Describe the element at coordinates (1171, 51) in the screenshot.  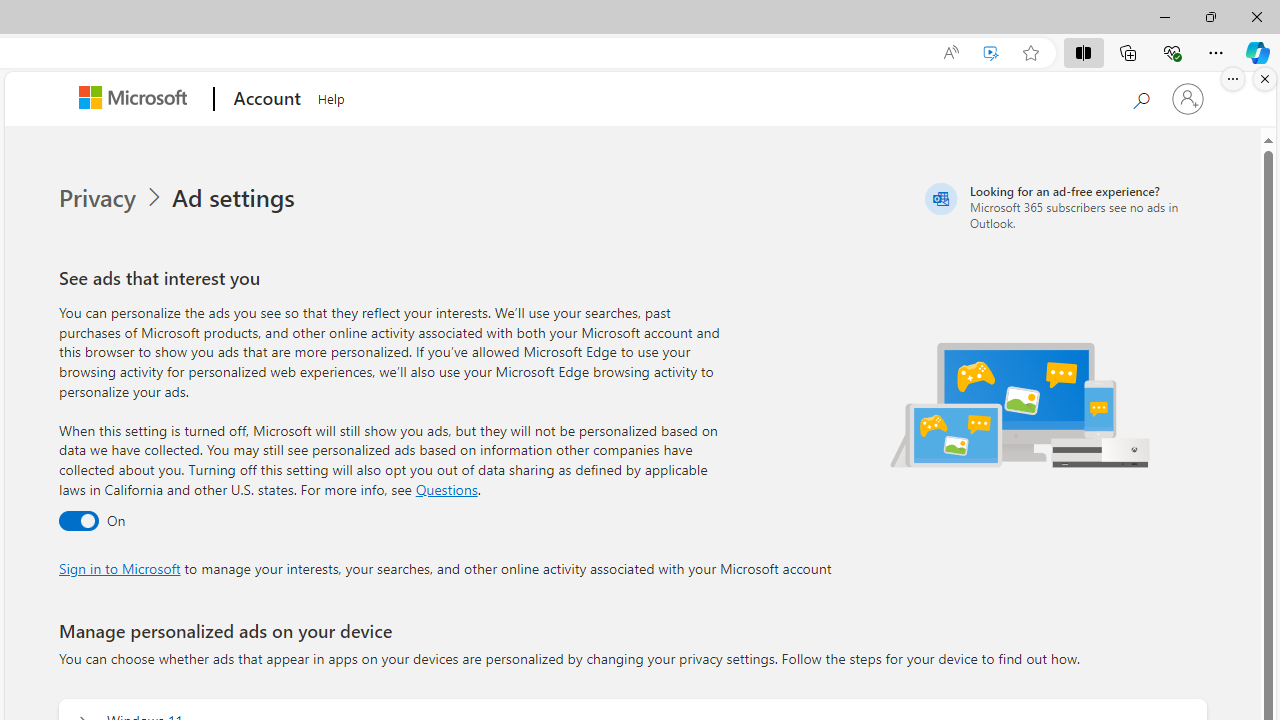
I see `'Browser essentials'` at that location.